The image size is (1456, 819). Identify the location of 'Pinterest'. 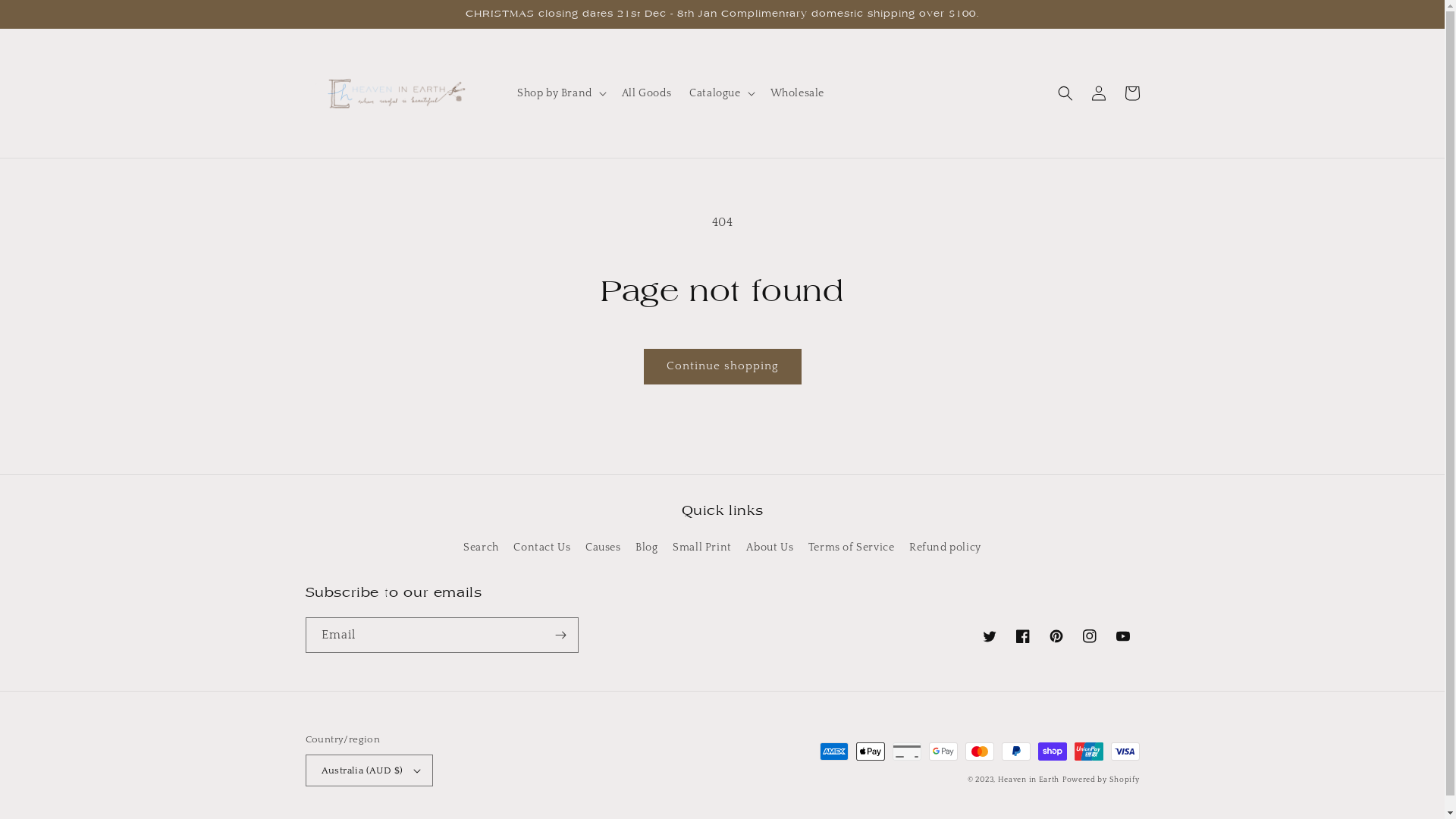
(1055, 636).